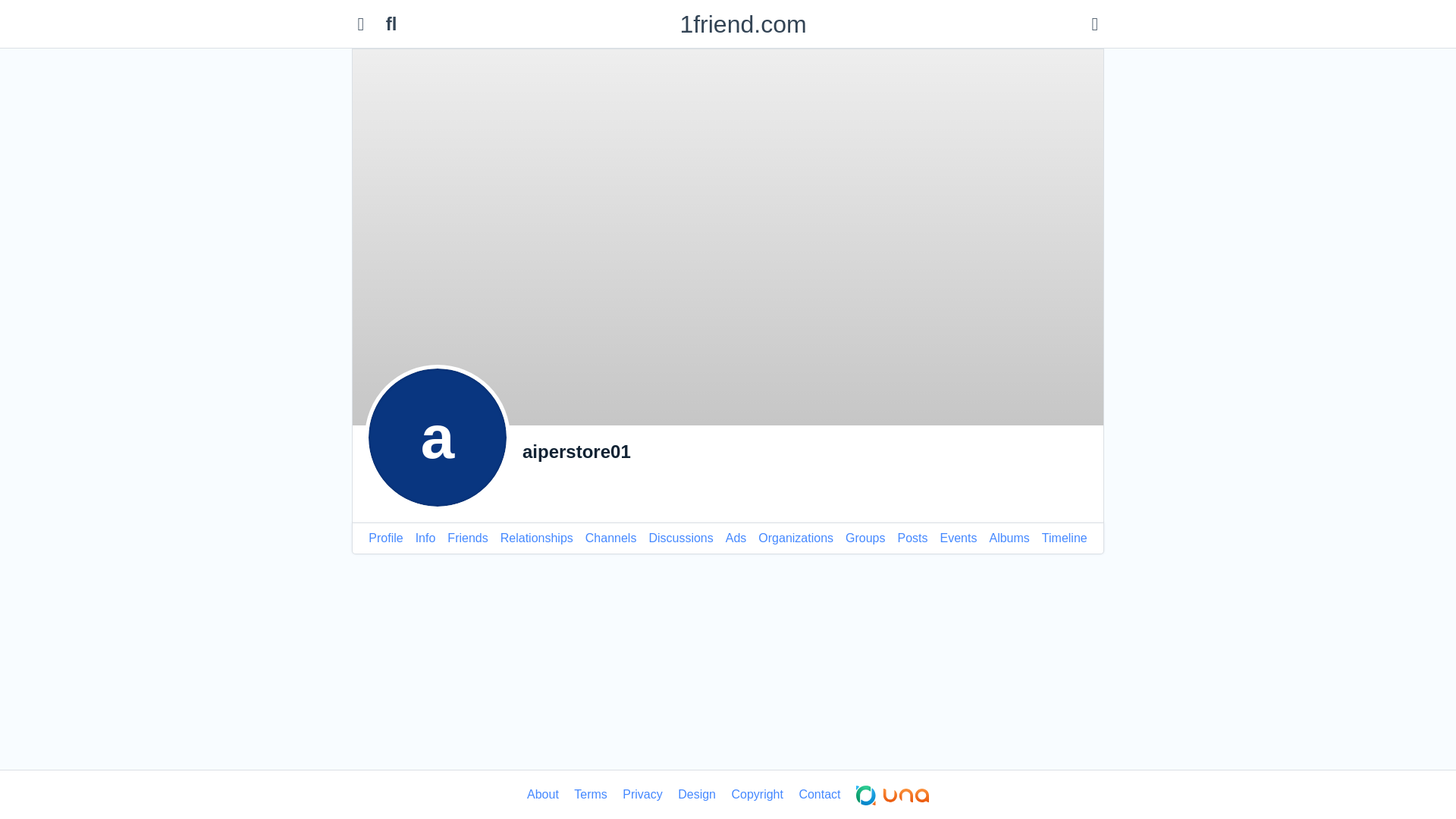  Describe the element at coordinates (818, 794) in the screenshot. I see `'Contact'` at that location.